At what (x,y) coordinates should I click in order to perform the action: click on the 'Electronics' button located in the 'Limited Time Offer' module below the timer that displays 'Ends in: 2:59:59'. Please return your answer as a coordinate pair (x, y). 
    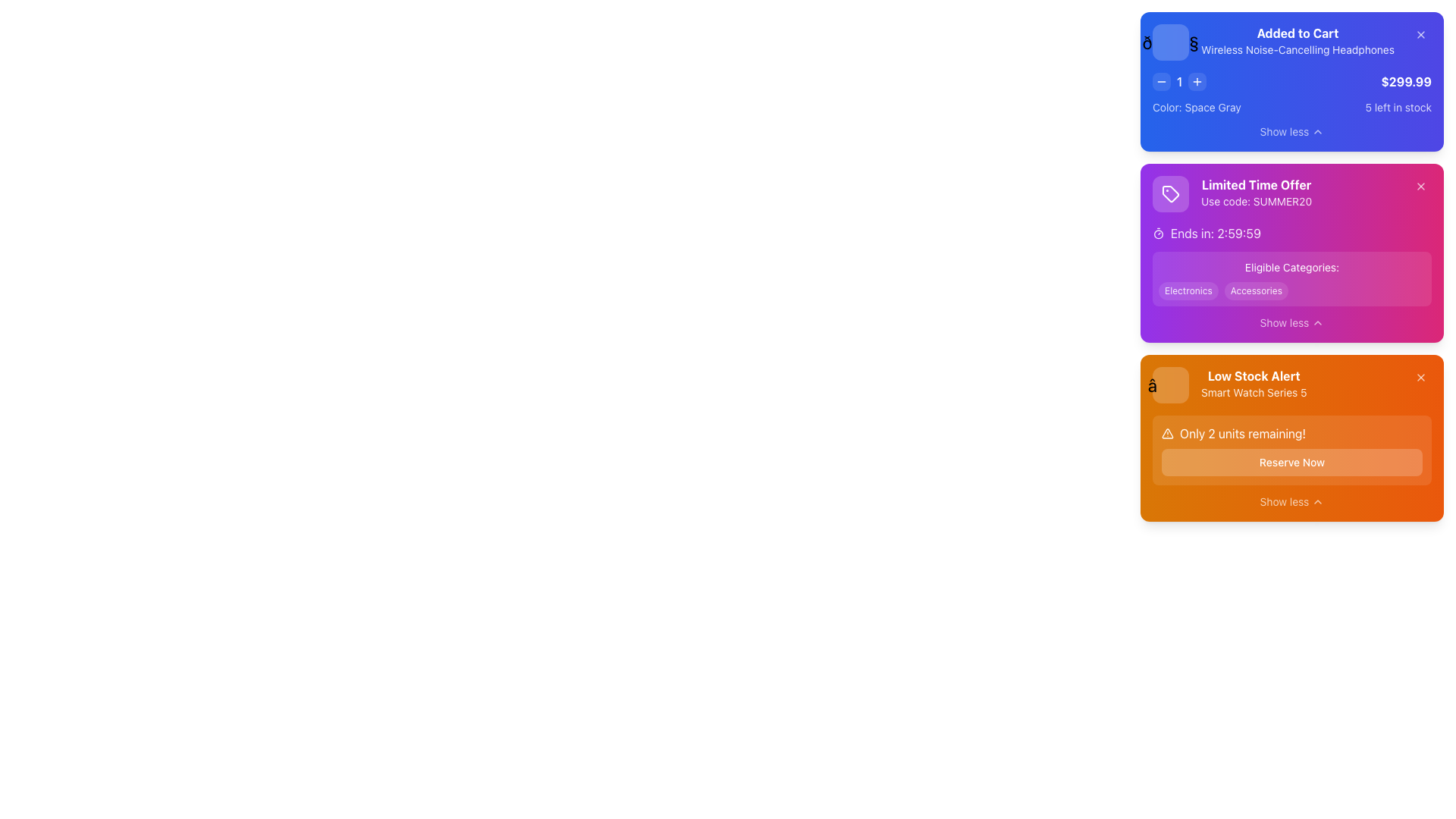
    Looking at the image, I should click on (1291, 278).